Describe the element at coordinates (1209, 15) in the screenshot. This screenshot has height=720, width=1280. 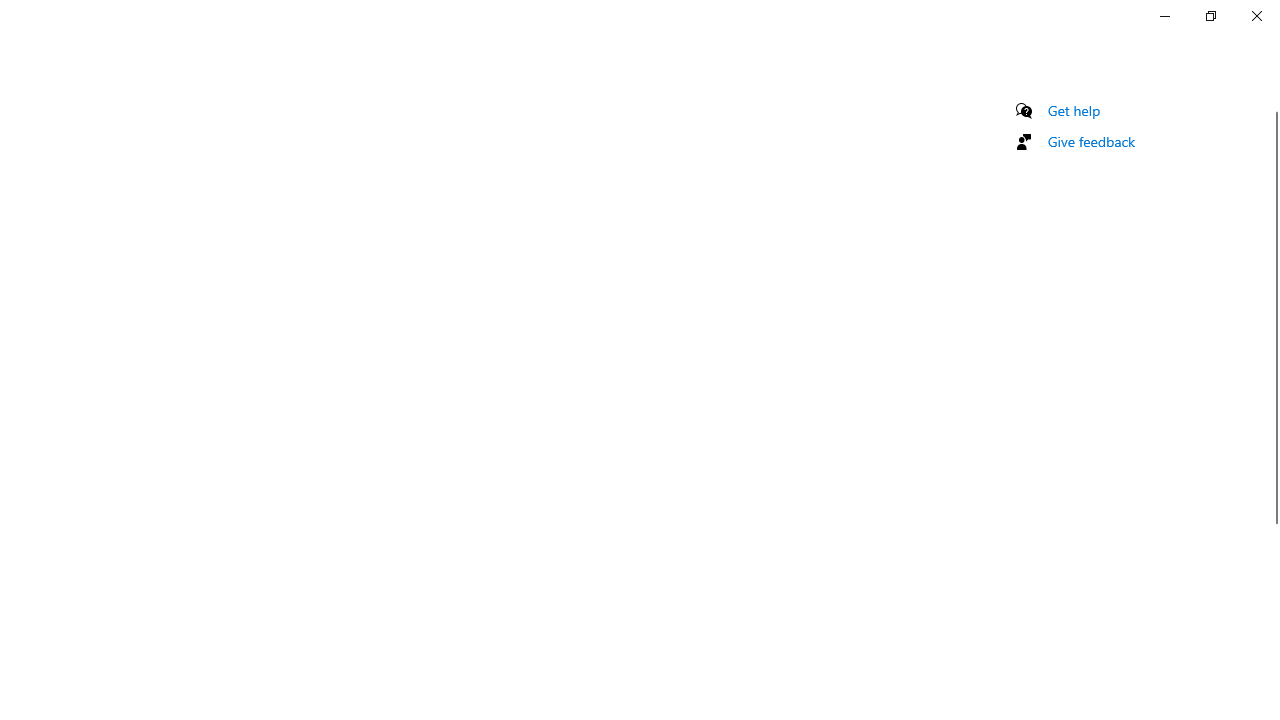
I see `'Restore Settings'` at that location.